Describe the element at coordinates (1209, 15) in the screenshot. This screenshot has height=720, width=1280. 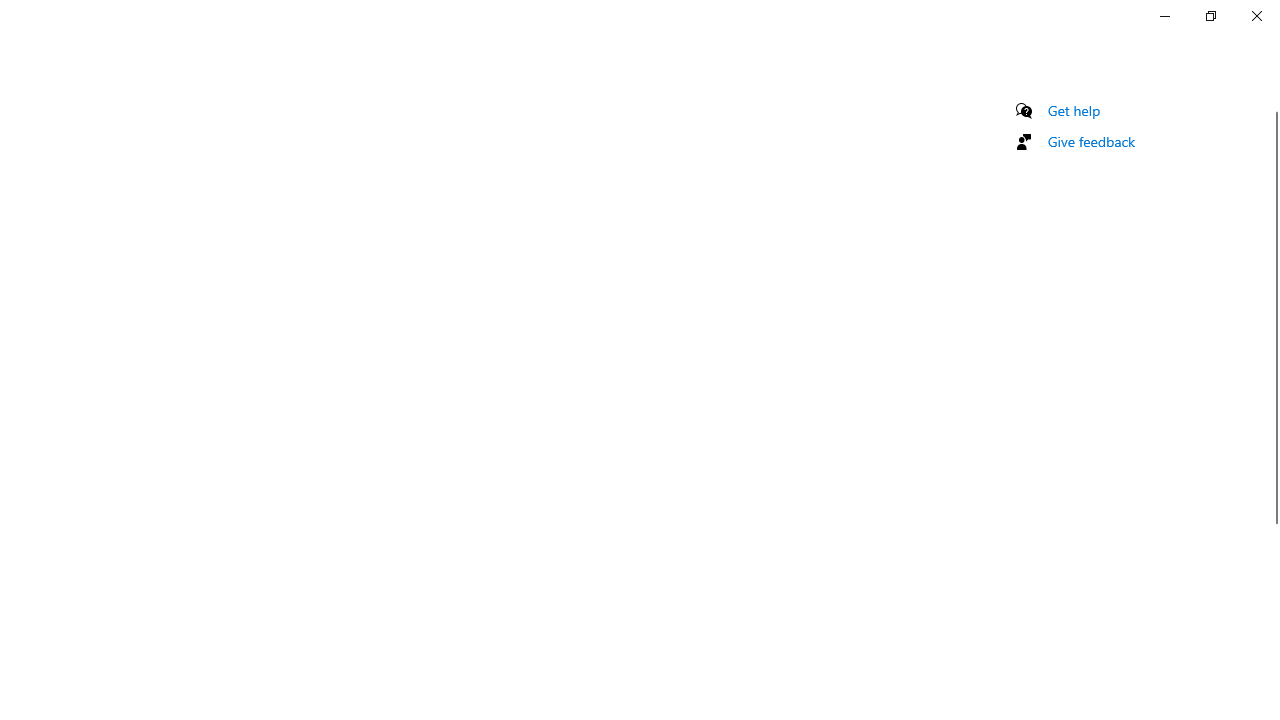
I see `'Restore Settings'` at that location.